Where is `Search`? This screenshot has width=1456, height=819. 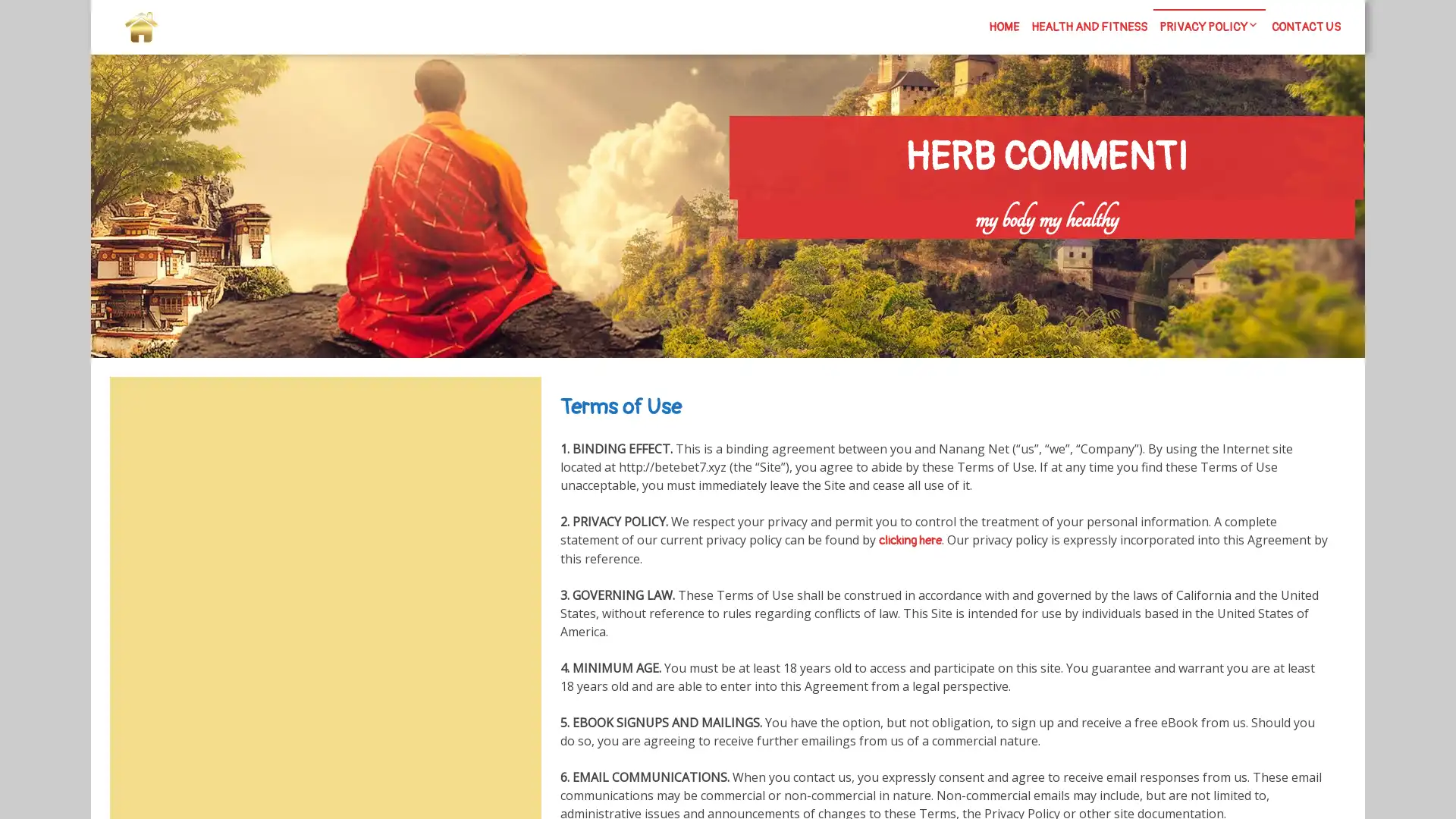
Search is located at coordinates (506, 413).